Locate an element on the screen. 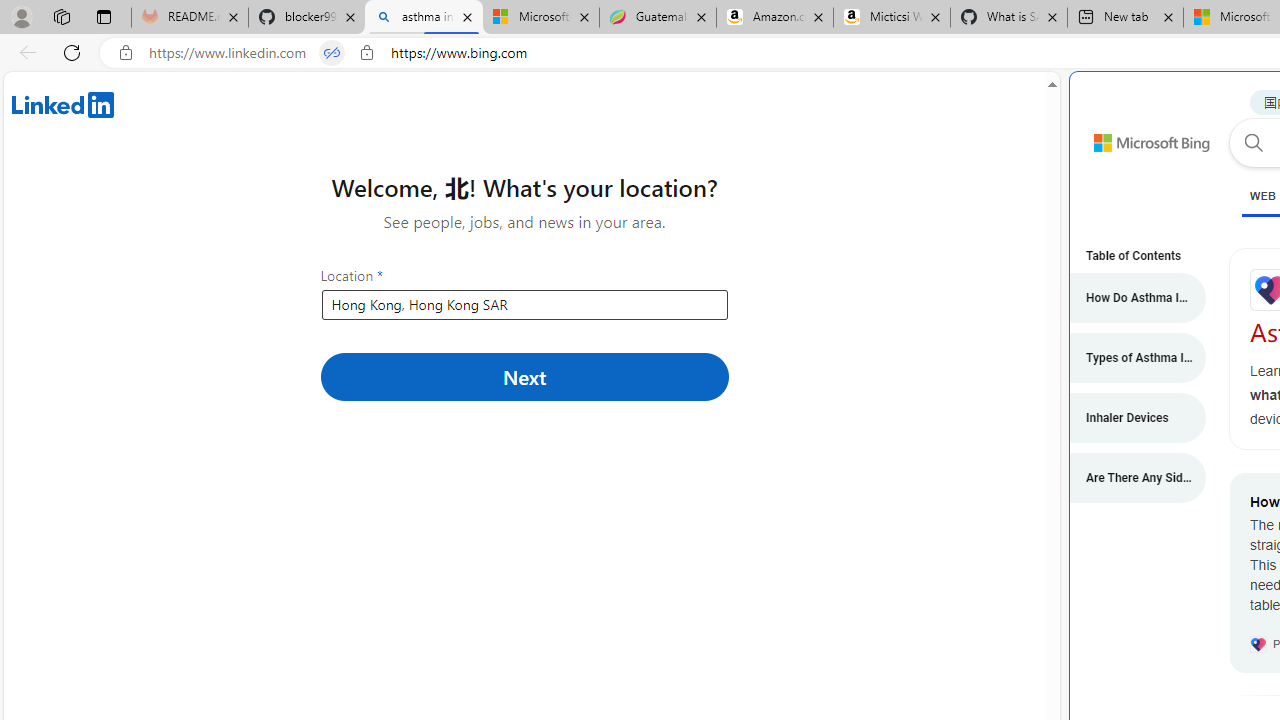 Image resolution: width=1280 pixels, height=720 pixels. 'Search button' is located at coordinates (1252, 141).